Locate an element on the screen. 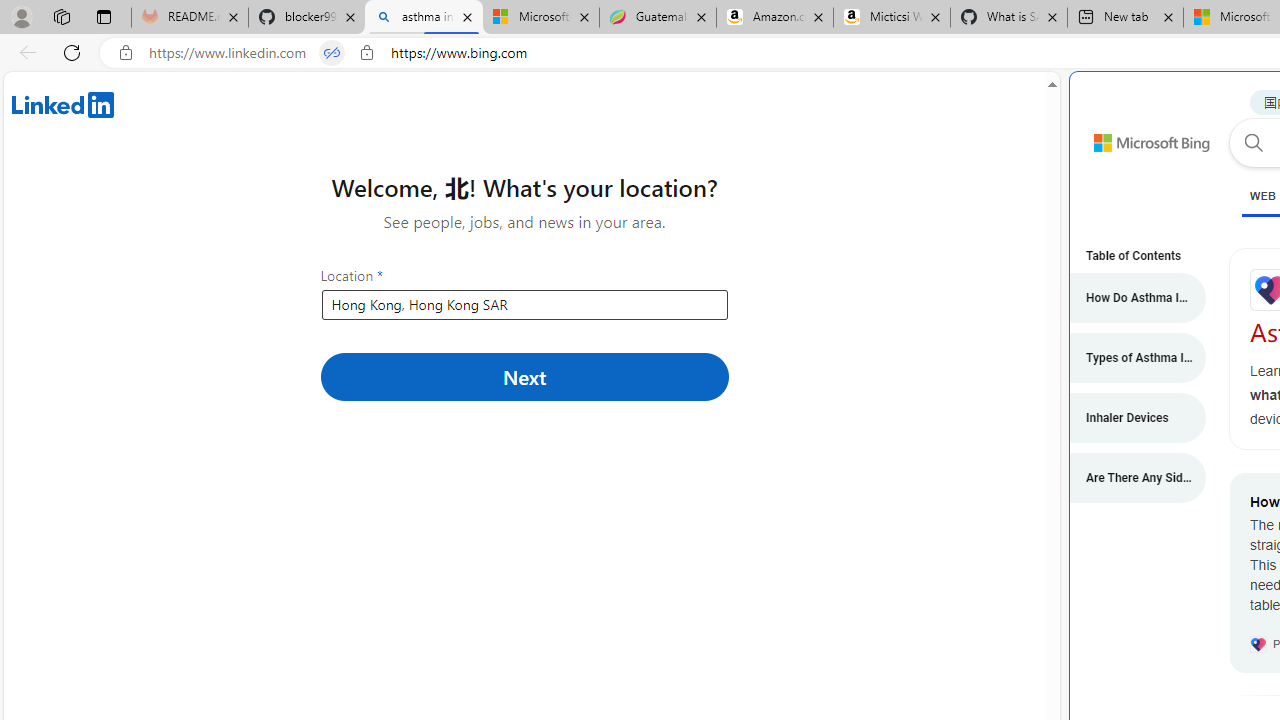 Image resolution: width=1280 pixels, height=720 pixels. 'Search button' is located at coordinates (1252, 141).